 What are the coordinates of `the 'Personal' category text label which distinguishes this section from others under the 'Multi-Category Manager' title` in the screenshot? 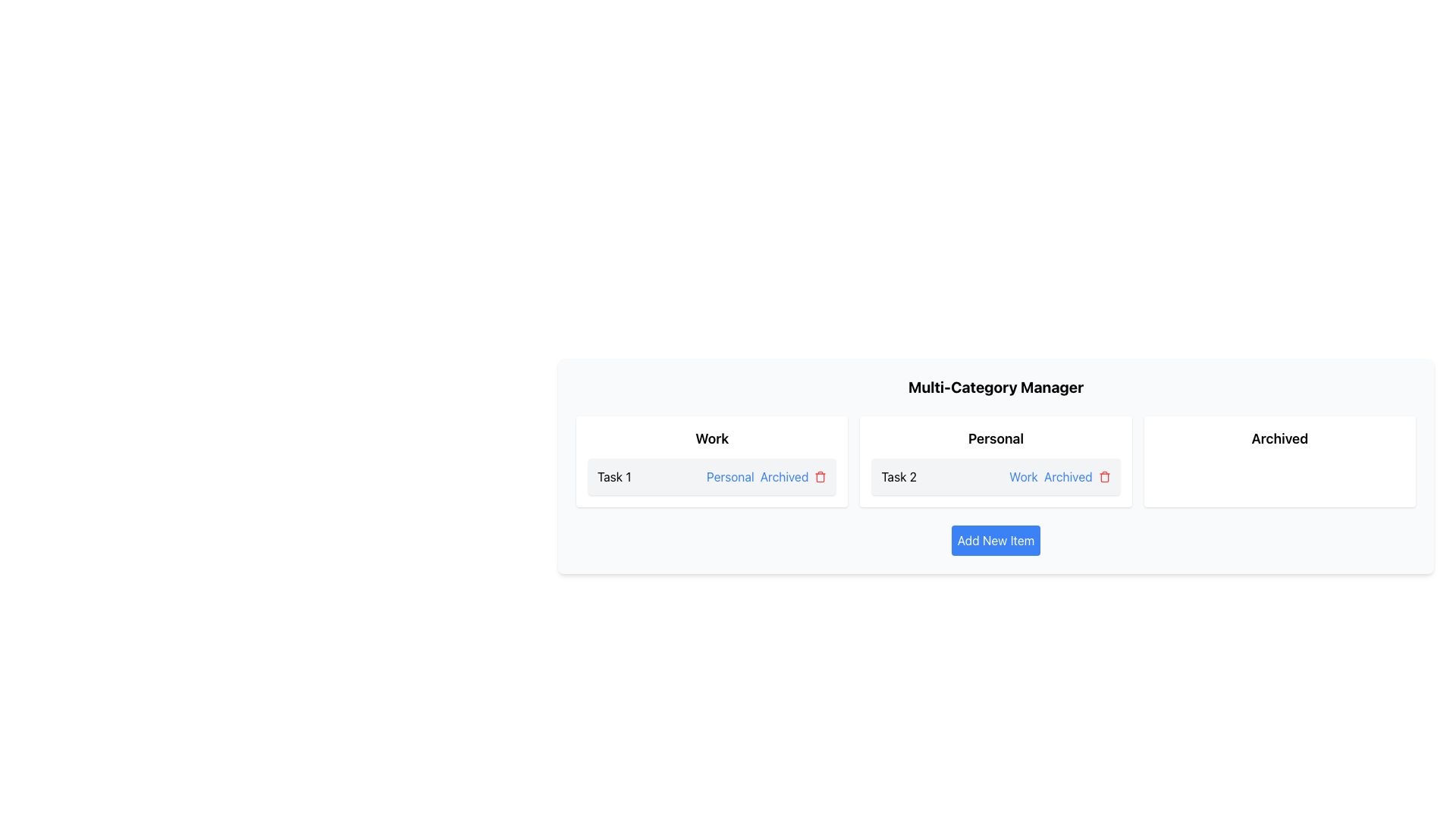 It's located at (996, 438).